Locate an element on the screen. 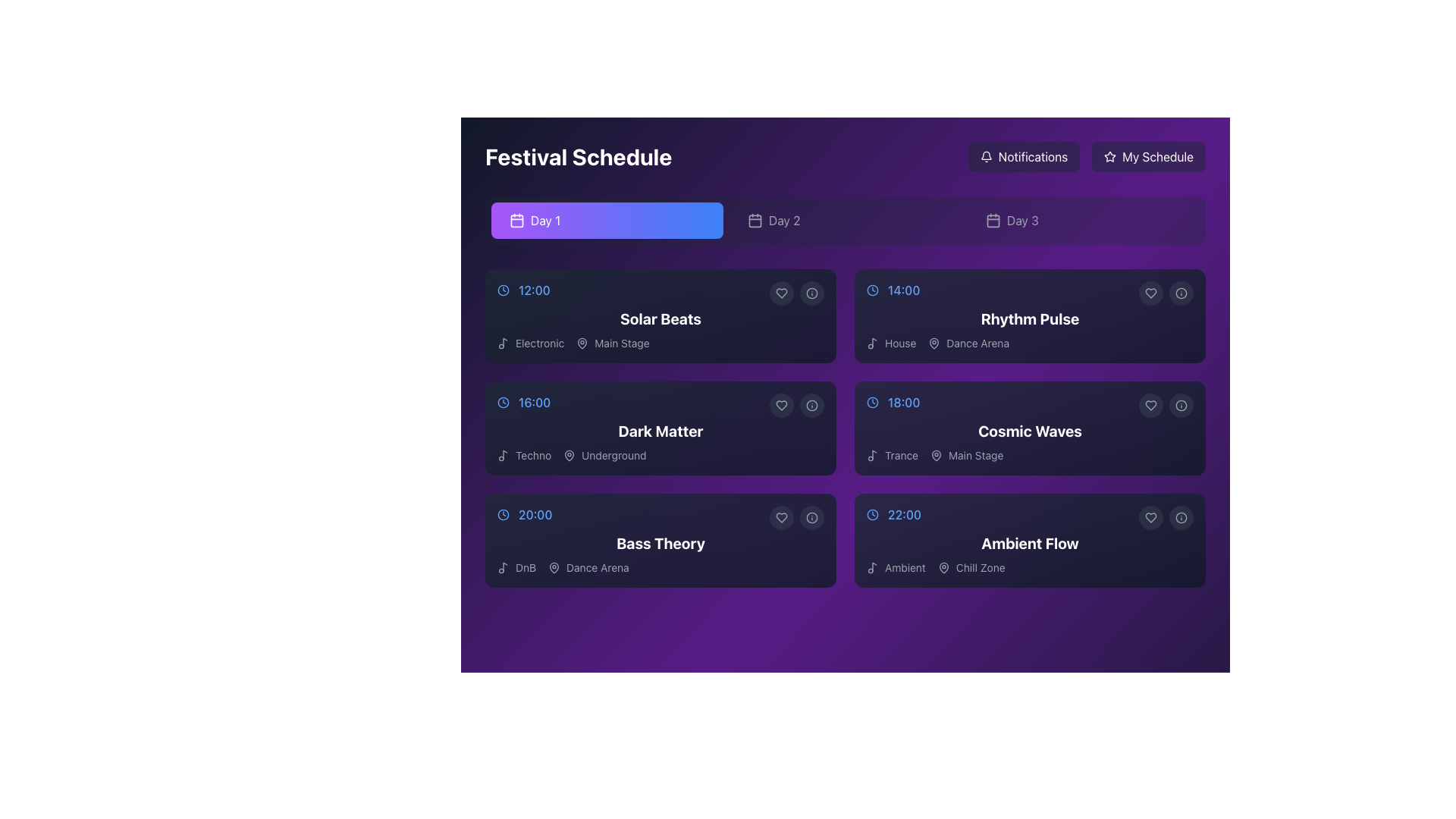 The width and height of the screenshot is (1456, 819). the text label displaying 'Electronic' in white color on a dark background, which is part of the 'Solar Beats' event block at 12:00 is located at coordinates (540, 343).